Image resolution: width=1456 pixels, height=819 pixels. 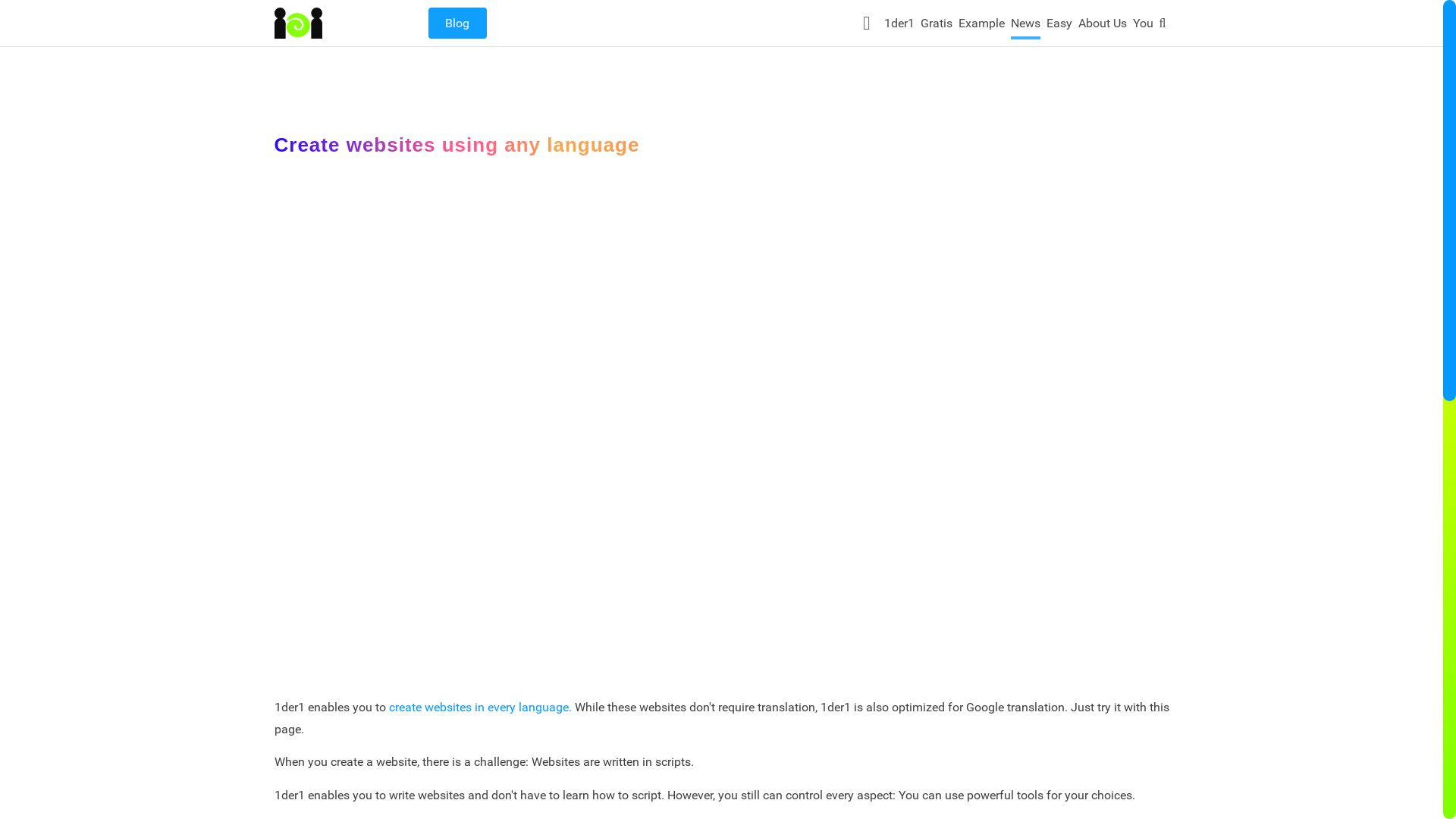 What do you see at coordinates (868, 22) in the screenshot?
I see `' '` at bounding box center [868, 22].